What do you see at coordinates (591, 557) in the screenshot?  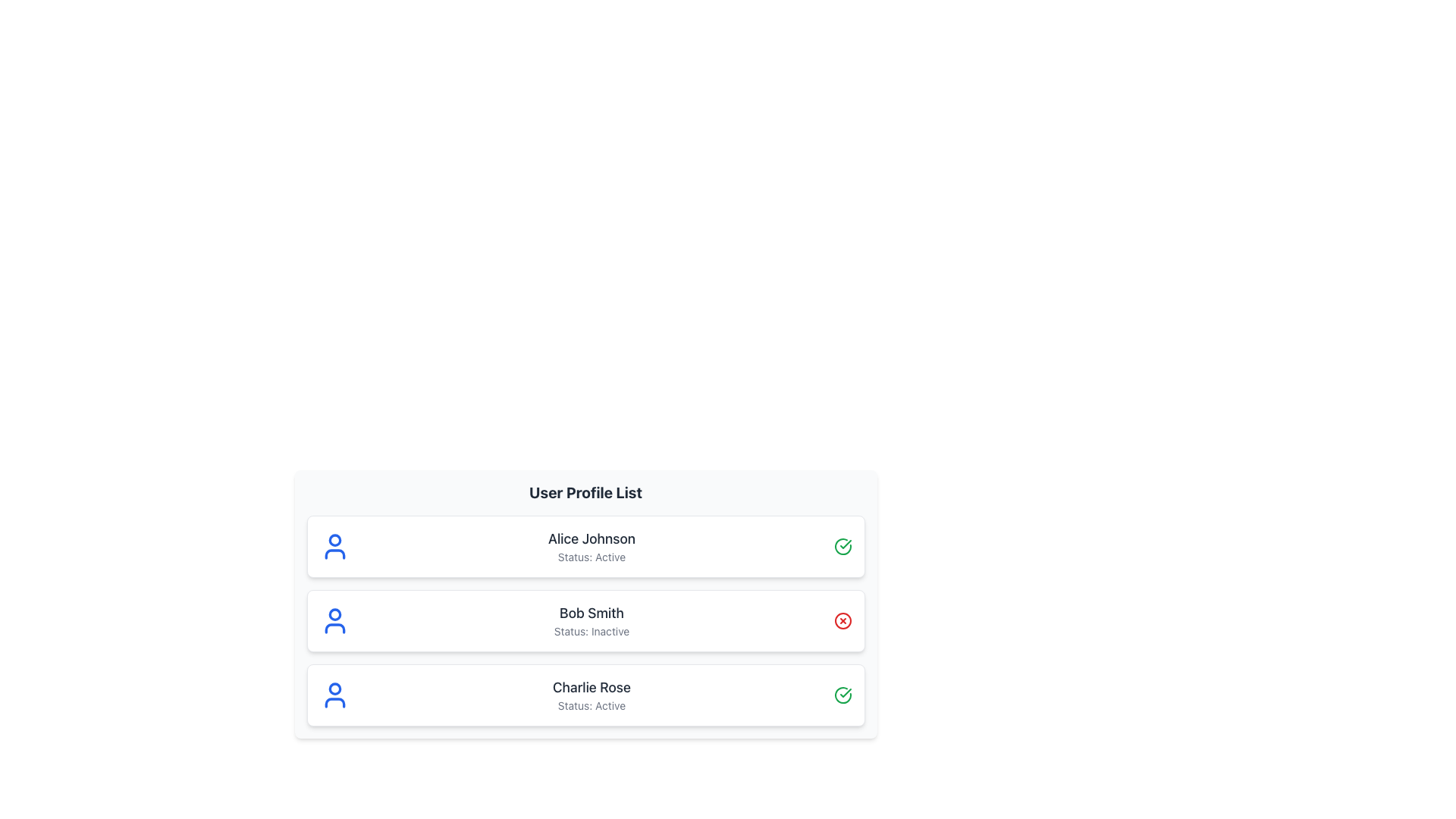 I see `the text label that reads 'Status: Active', which is located directly below the name 'Alice Johnson' in the user profile entry` at bounding box center [591, 557].